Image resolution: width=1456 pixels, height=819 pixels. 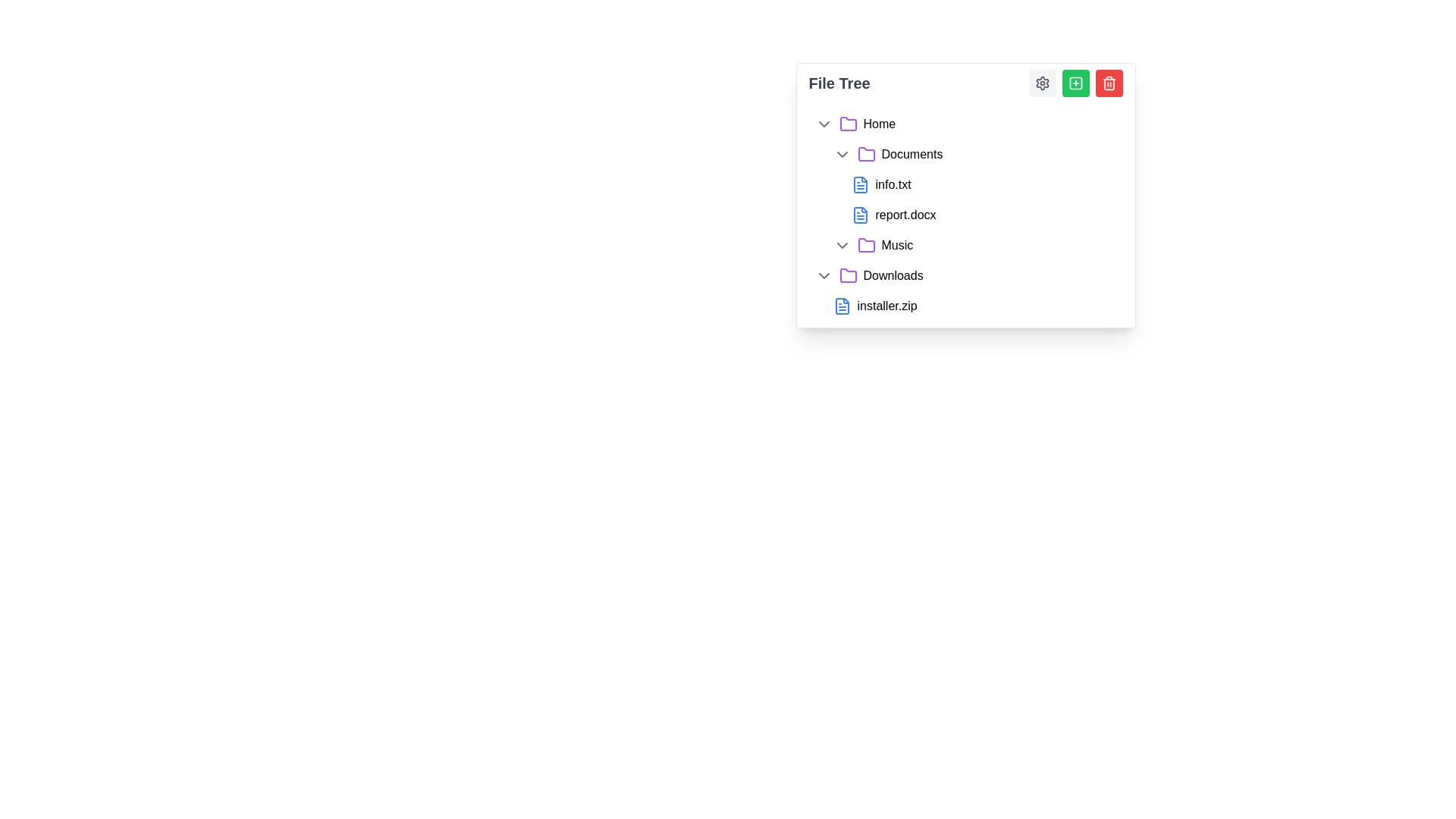 What do you see at coordinates (841, 245) in the screenshot?
I see `the downward-facing arrow icon next to the 'Music' label` at bounding box center [841, 245].